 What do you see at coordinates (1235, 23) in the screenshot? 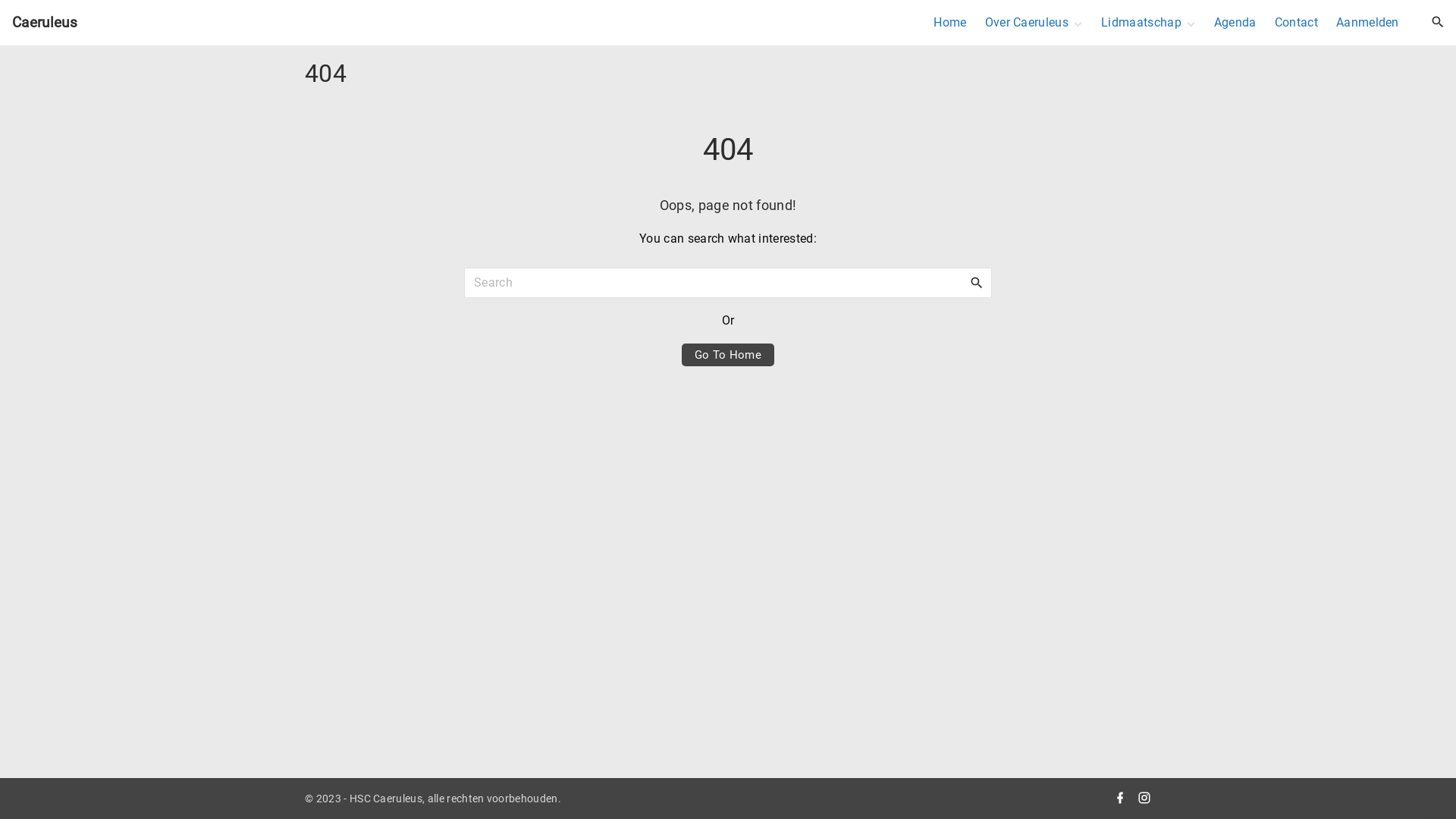
I see `'Agenda'` at bounding box center [1235, 23].